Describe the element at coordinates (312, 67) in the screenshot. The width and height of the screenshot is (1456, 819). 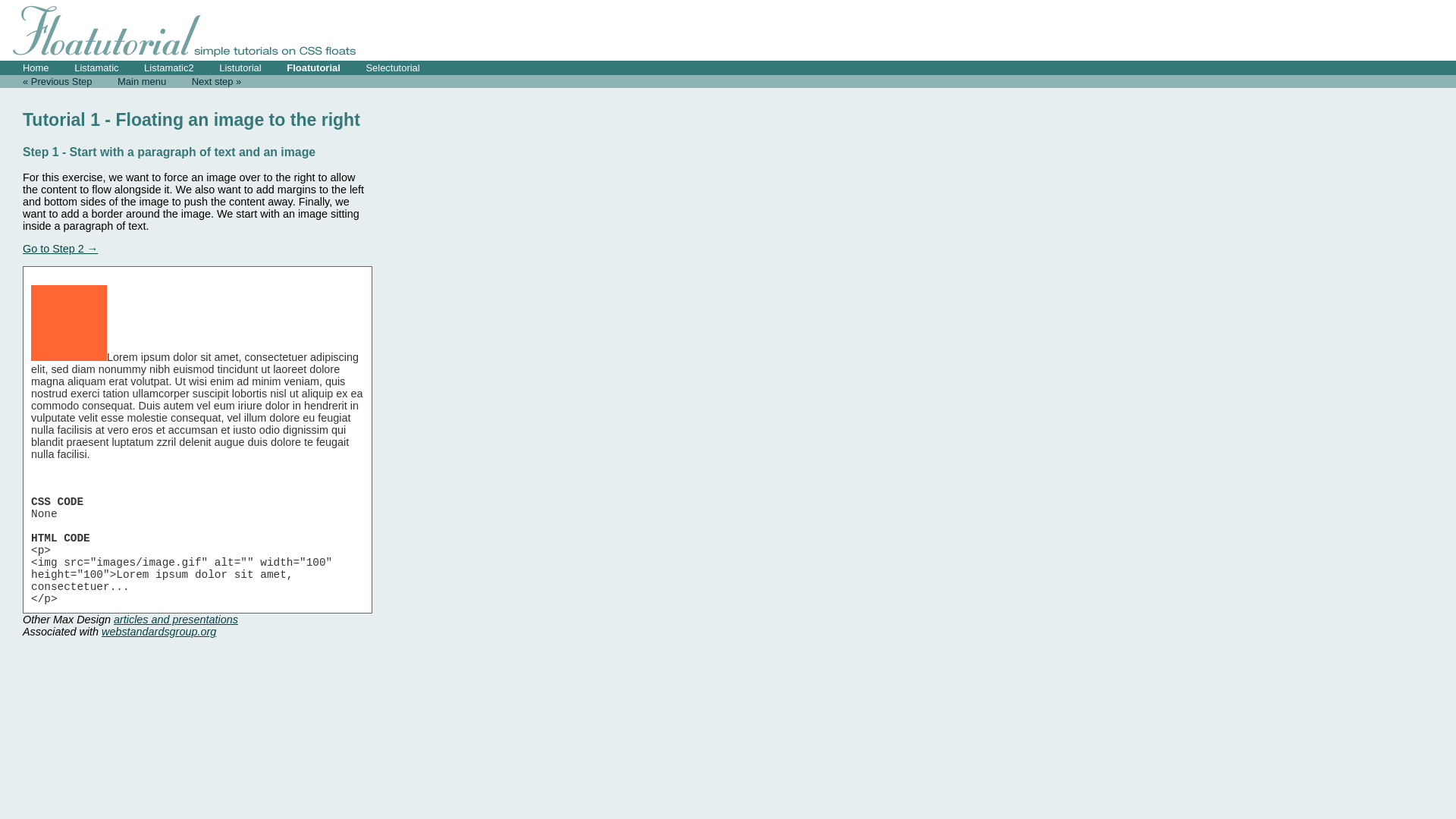
I see `'Floatutorial'` at that location.